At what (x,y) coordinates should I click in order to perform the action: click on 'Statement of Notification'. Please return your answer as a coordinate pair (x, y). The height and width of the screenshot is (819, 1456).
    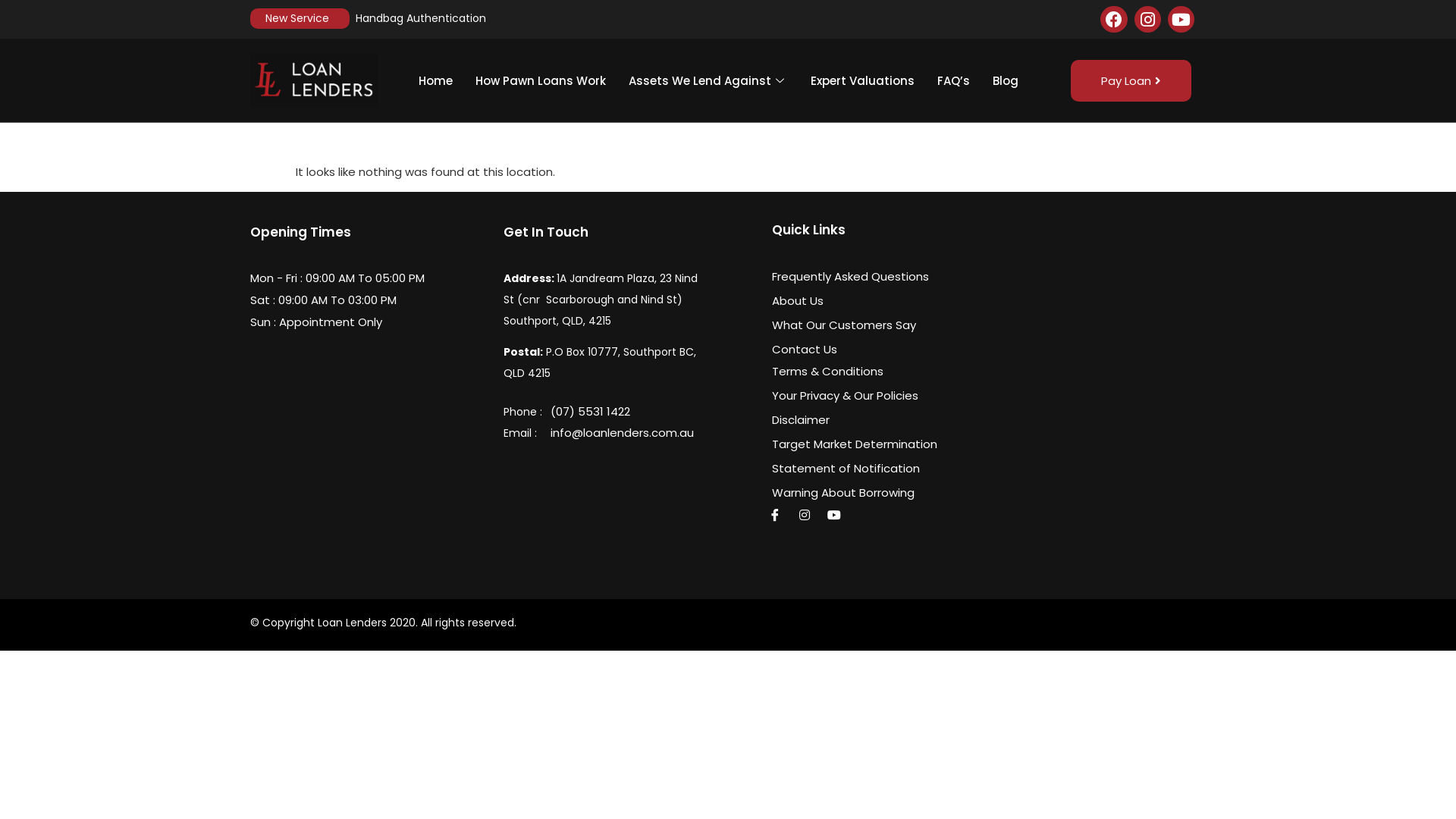
    Looking at the image, I should click on (865, 467).